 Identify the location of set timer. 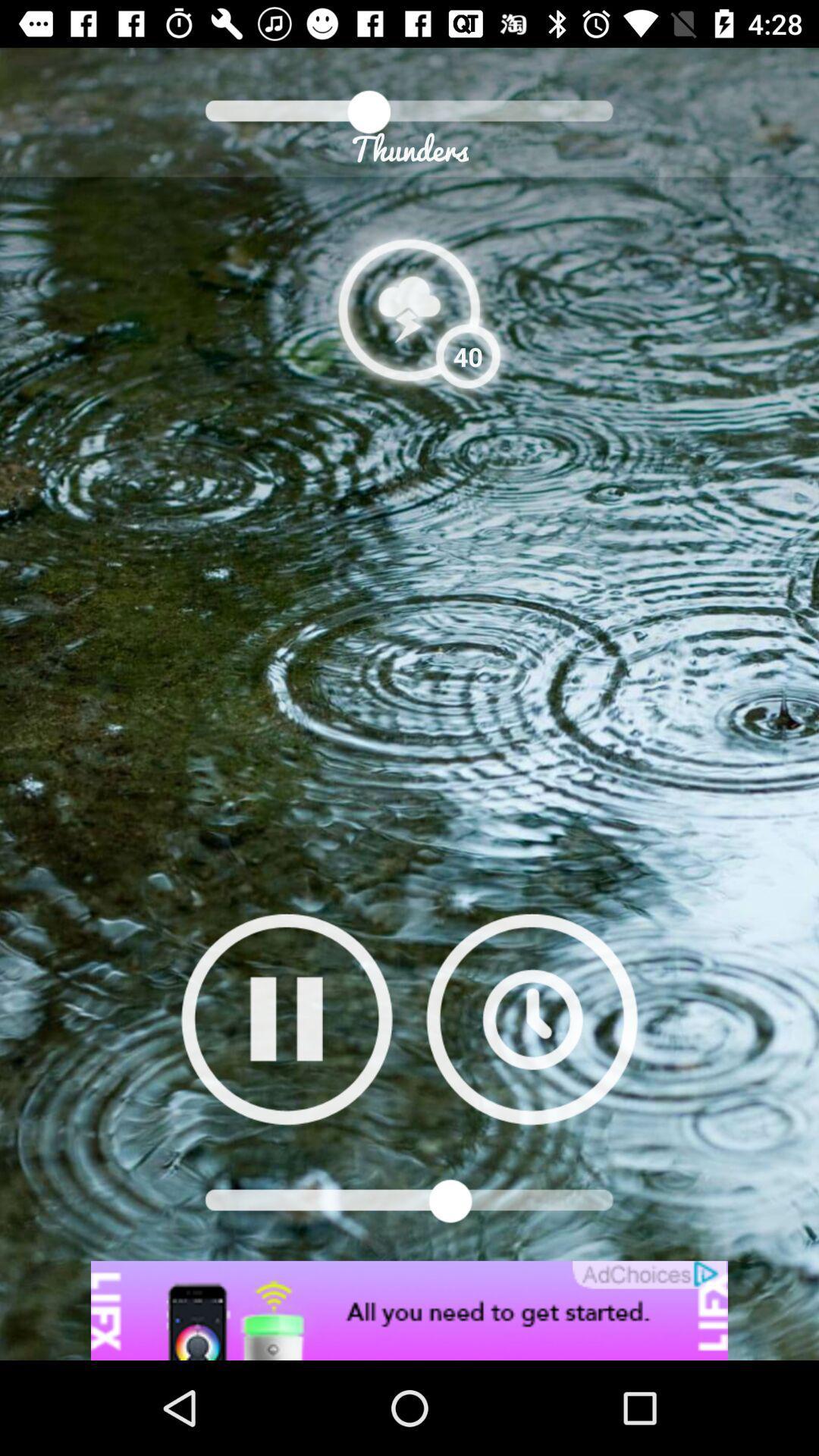
(531, 1018).